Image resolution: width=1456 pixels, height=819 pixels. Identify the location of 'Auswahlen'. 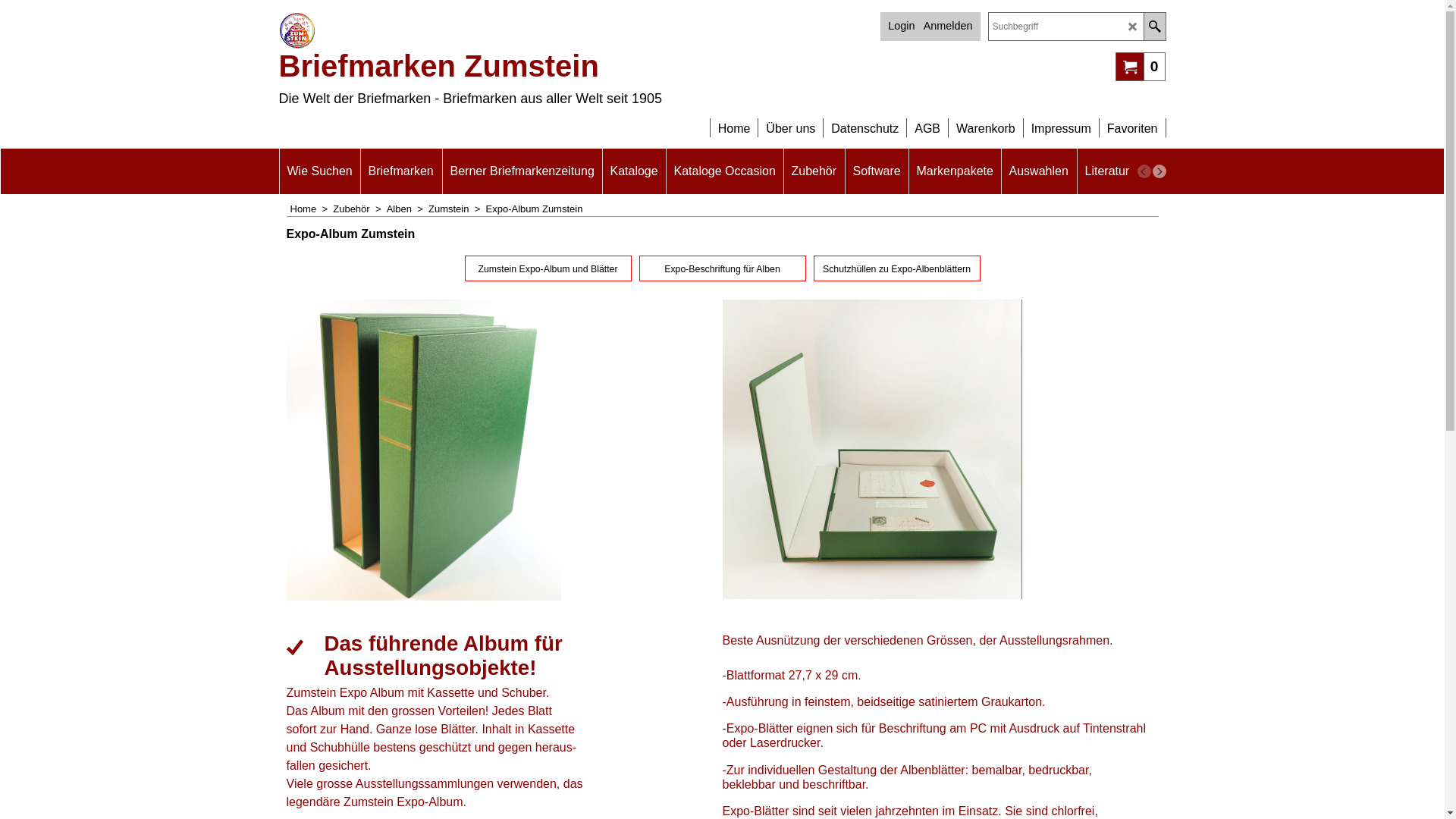
(1037, 171).